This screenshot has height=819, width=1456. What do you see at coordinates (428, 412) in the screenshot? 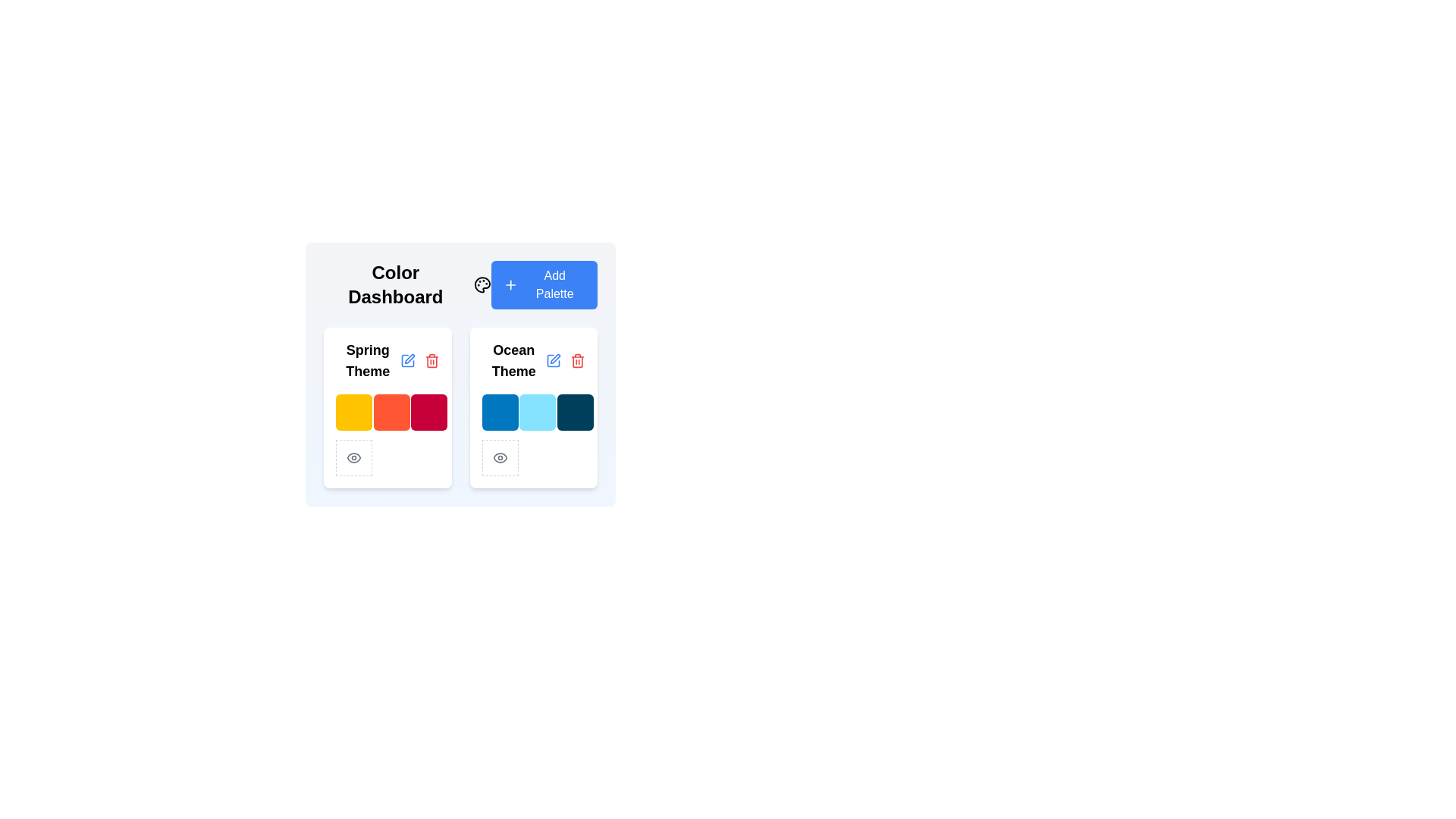
I see `the third color swatch in the horizontal row within the 'Spring Theme' card, which is used for color selection or representation` at bounding box center [428, 412].